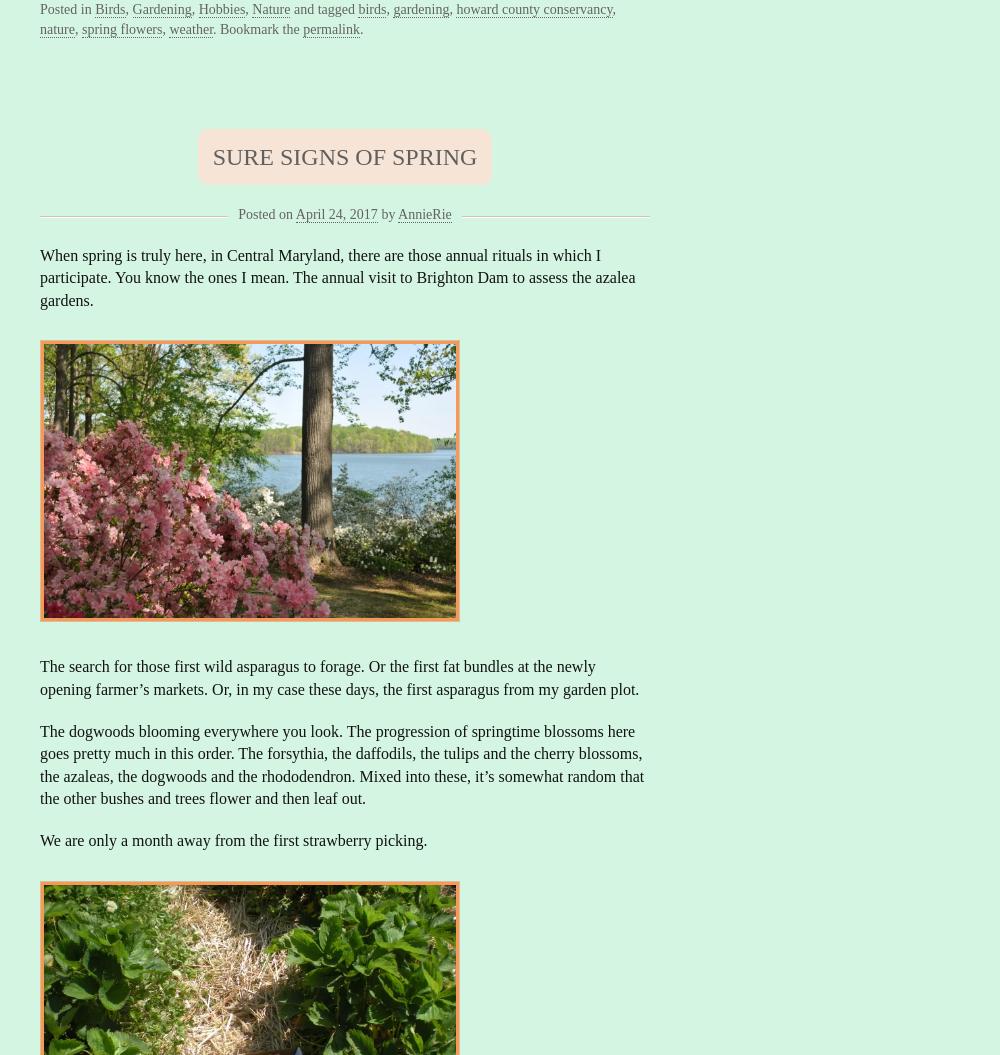 Image resolution: width=1000 pixels, height=1055 pixels. I want to click on '. Bookmark the', so click(212, 28).